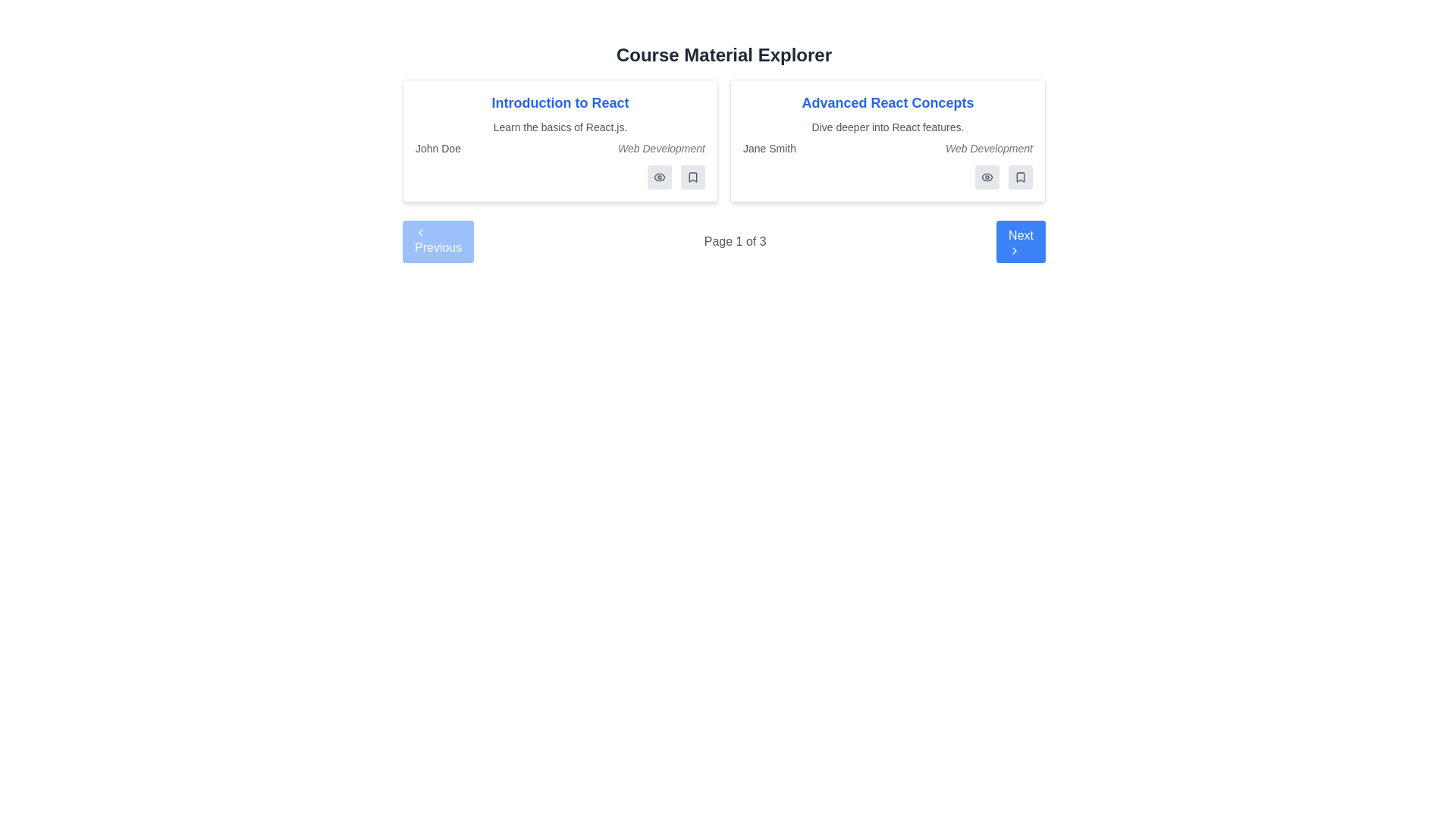  Describe the element at coordinates (888, 127) in the screenshot. I see `the text label that reads 'Dive deeper into React features.' located in the middle portion of the right card labeled 'Advanced React Concepts.'` at that location.